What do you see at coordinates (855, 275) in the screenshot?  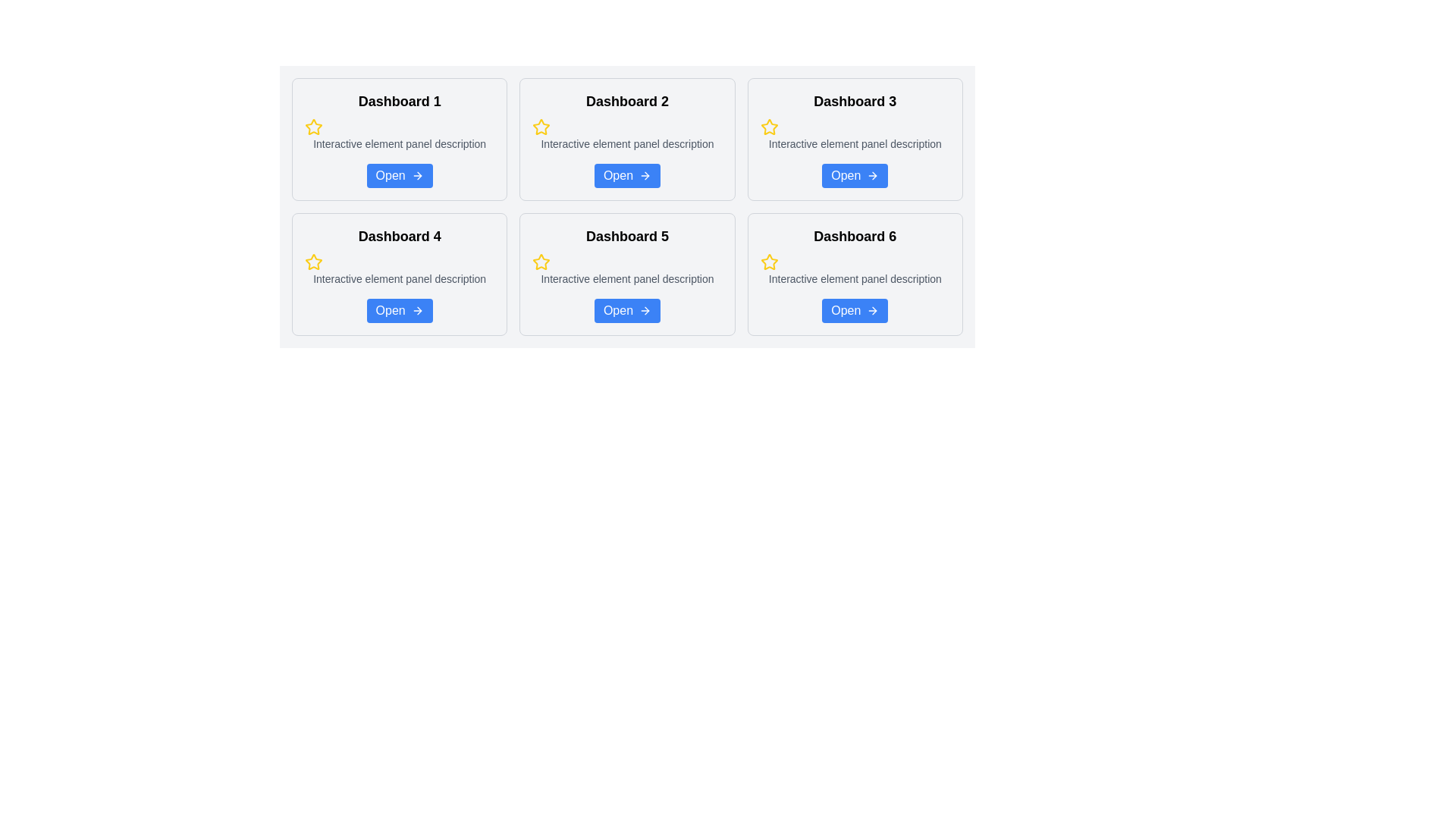 I see `the blue button labeled 'Open' at the bottom of the Dashboard card displaying 'Dashboard 6'` at bounding box center [855, 275].